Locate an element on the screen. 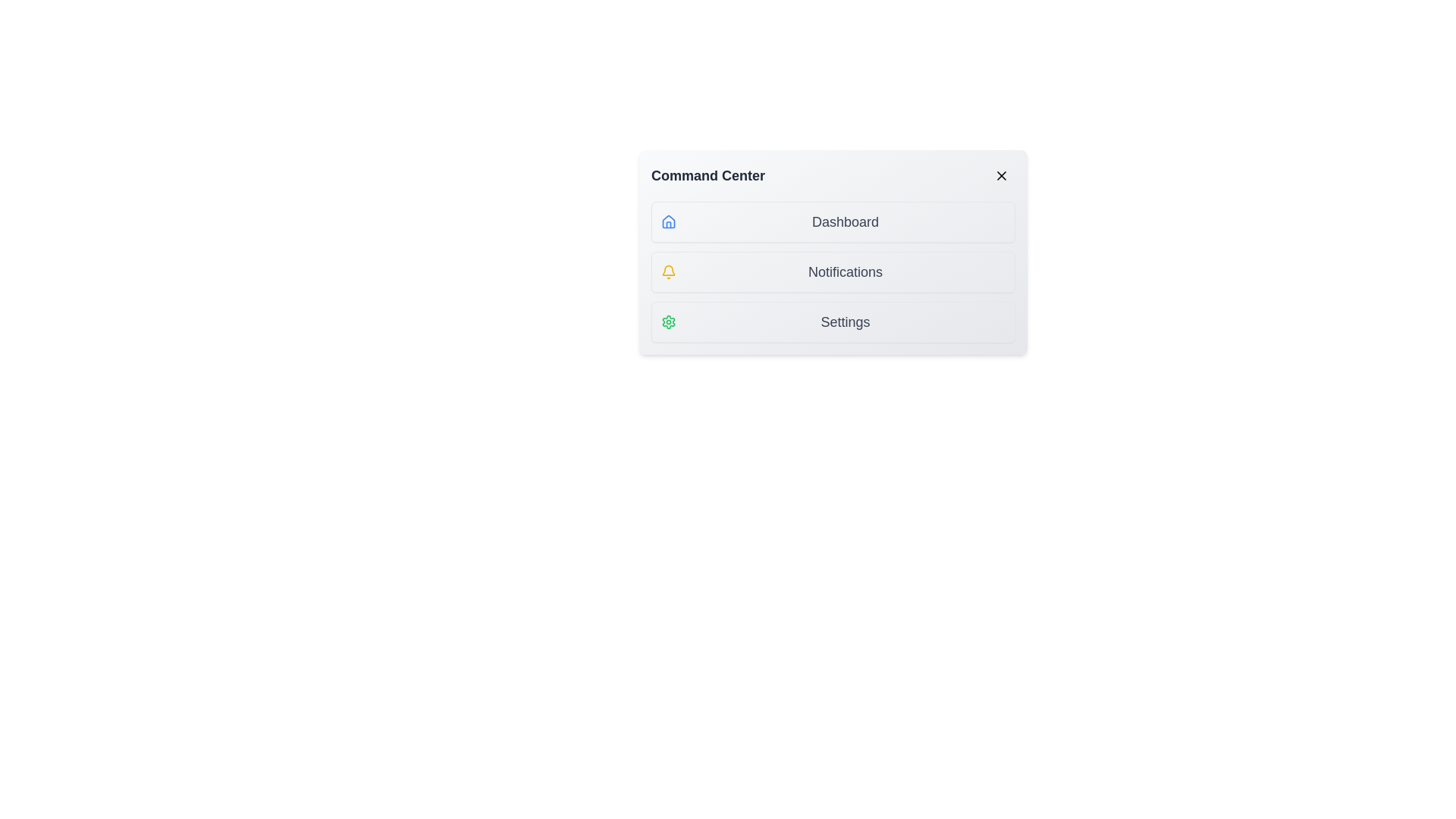 This screenshot has height=819, width=1456. the close icon located in the top-right corner of the 'Command Center' panel is located at coordinates (1001, 174).